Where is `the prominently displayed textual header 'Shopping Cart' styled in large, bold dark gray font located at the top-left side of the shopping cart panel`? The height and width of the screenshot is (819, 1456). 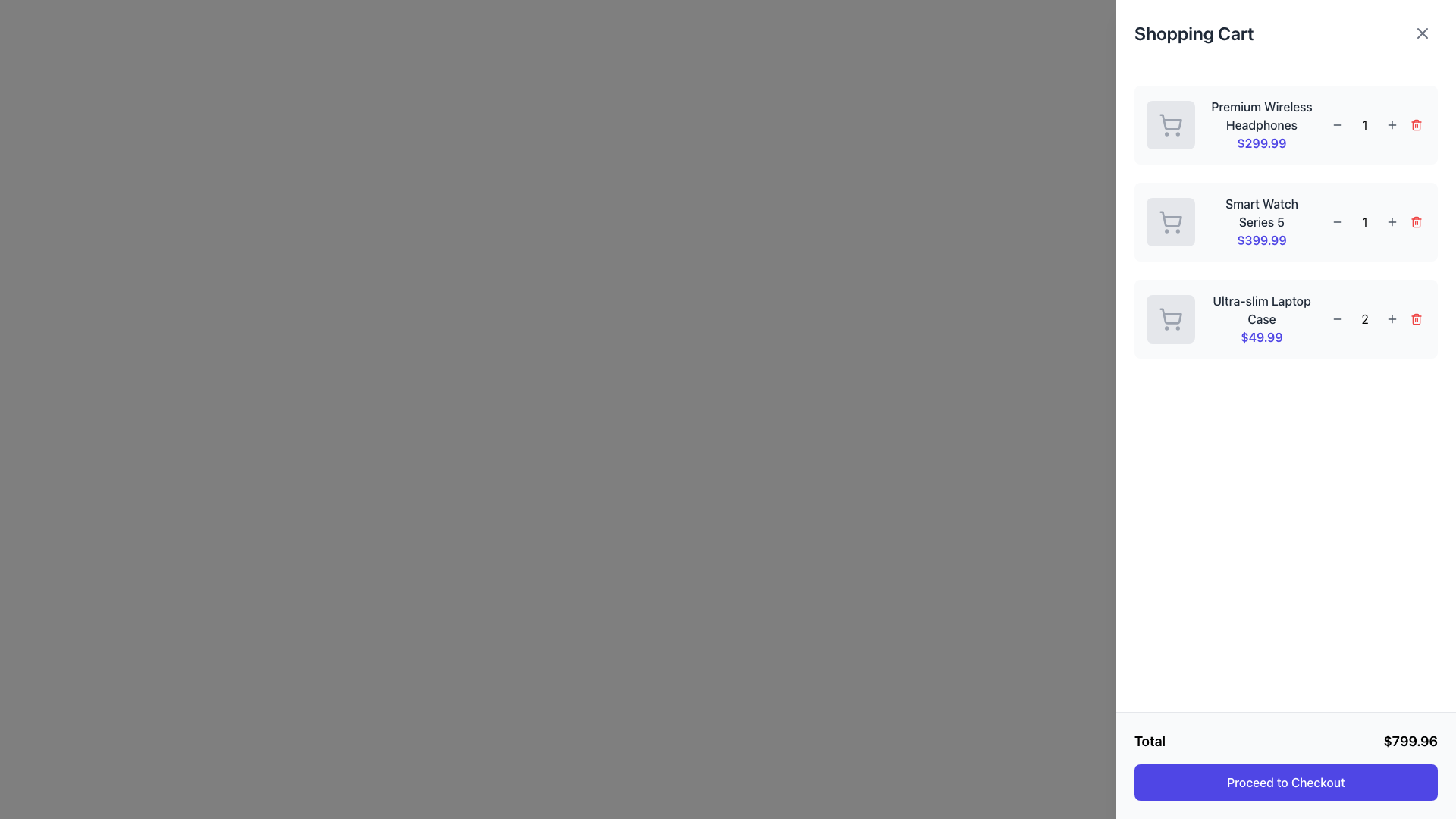 the prominently displayed textual header 'Shopping Cart' styled in large, bold dark gray font located at the top-left side of the shopping cart panel is located at coordinates (1193, 33).